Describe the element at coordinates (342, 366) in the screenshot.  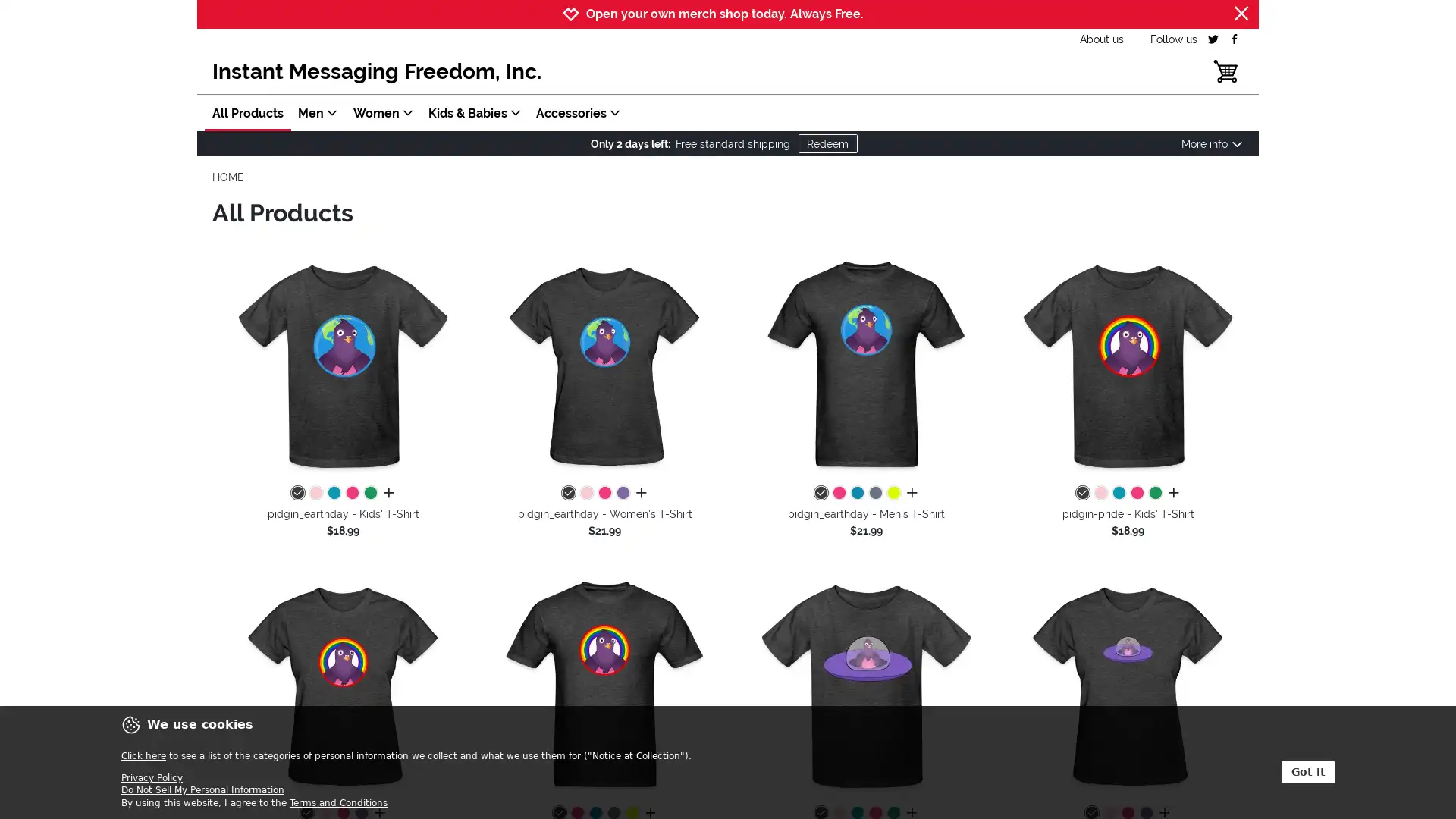
I see `pidgin_earthday - Kids' T-Shirt` at that location.